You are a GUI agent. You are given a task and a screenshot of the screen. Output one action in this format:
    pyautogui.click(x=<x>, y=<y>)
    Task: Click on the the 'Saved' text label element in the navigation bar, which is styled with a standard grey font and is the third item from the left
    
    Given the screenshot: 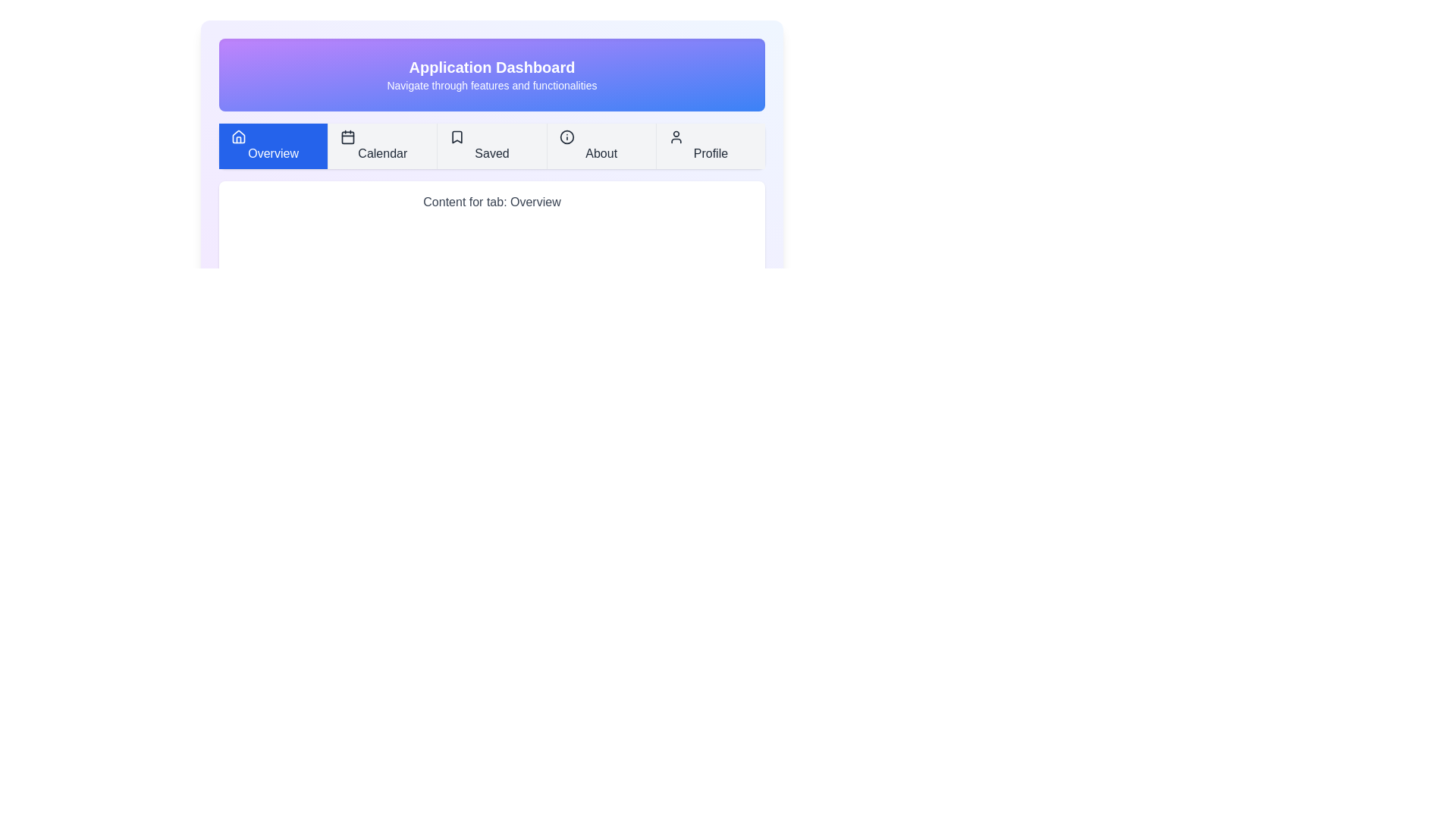 What is the action you would take?
    pyautogui.click(x=491, y=153)
    